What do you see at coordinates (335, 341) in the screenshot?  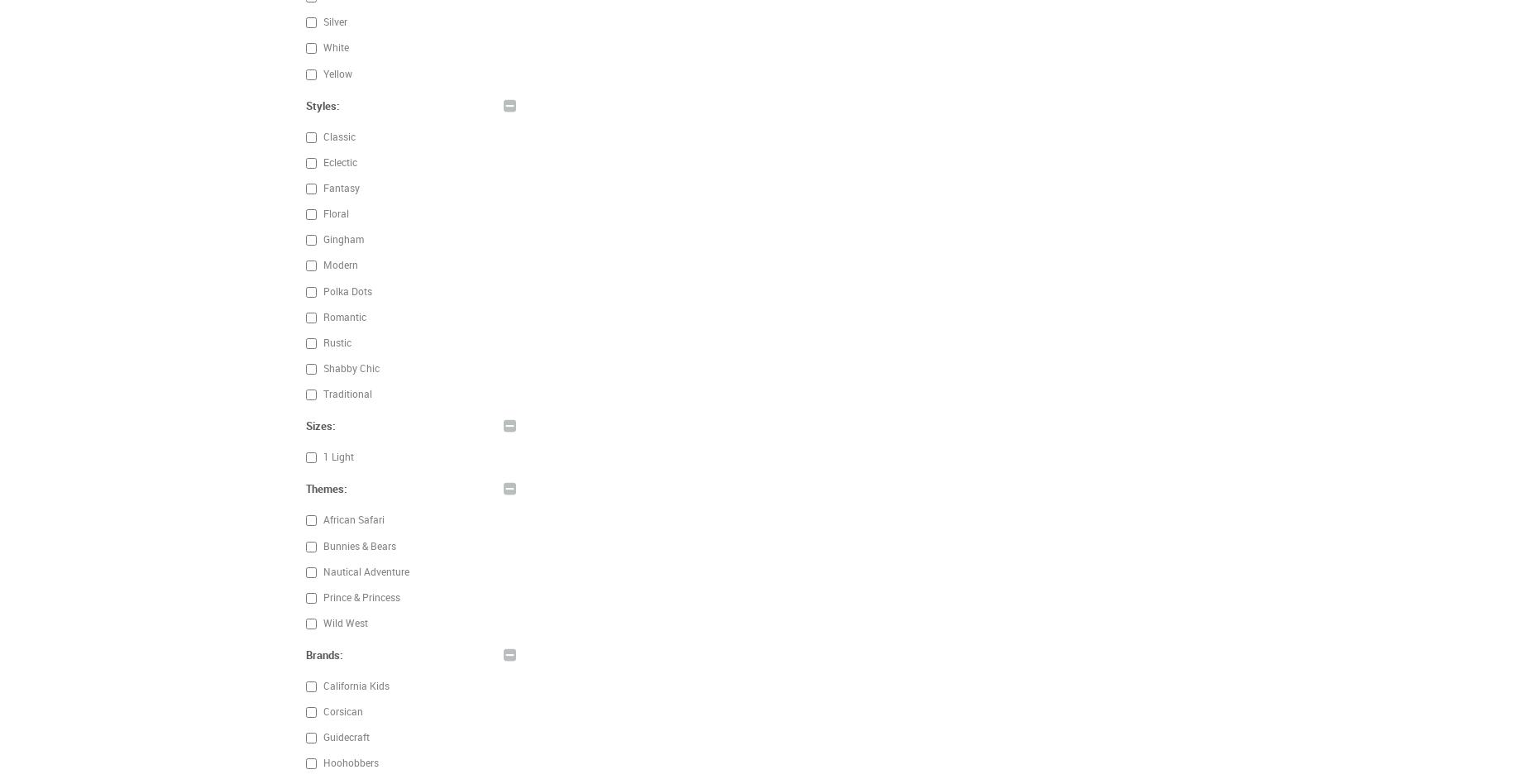 I see `'Rustic'` at bounding box center [335, 341].